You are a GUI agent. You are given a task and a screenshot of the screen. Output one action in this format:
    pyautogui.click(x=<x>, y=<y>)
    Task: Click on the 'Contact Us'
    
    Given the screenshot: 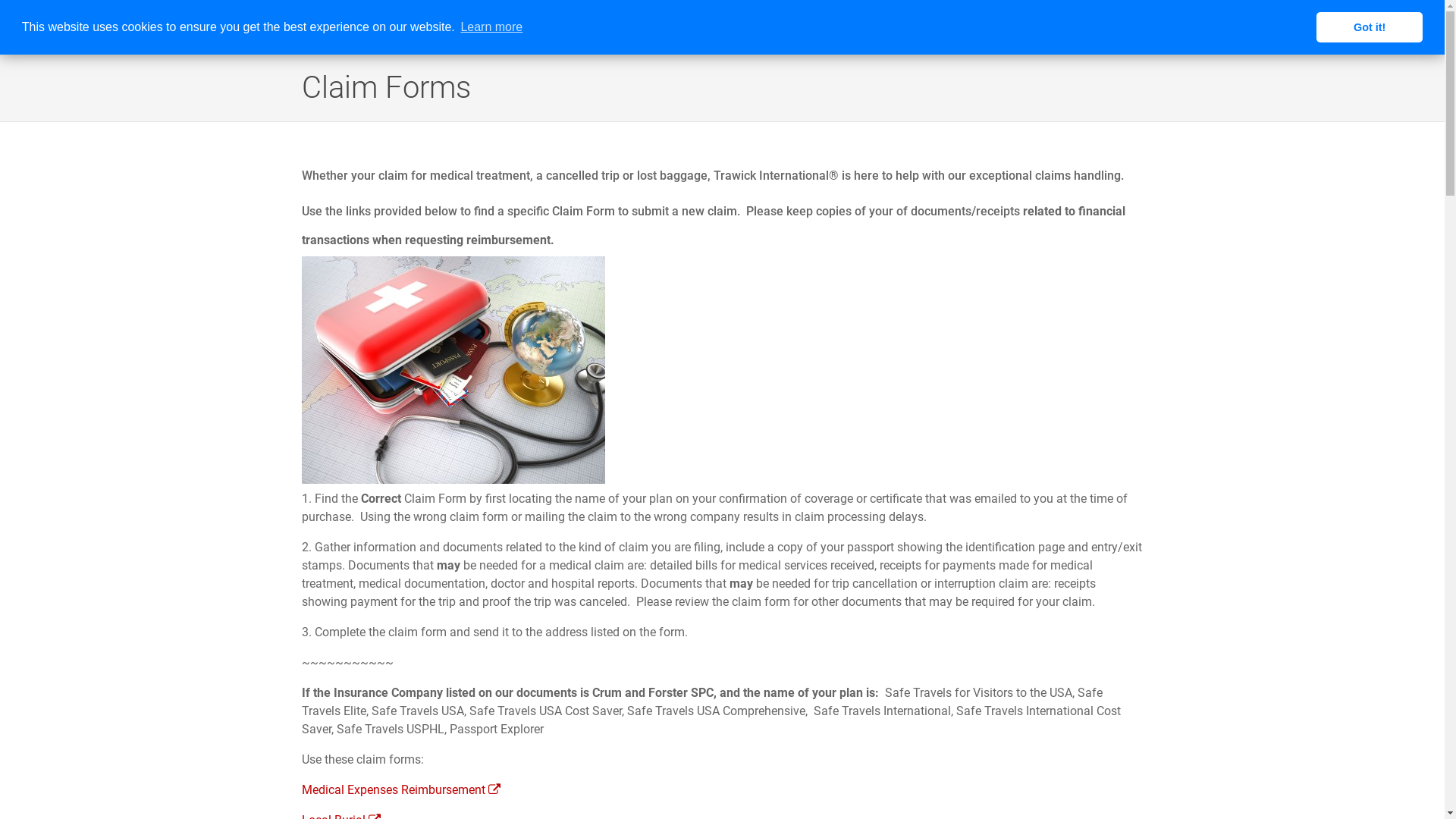 What is the action you would take?
    pyautogui.click(x=1365, y=27)
    